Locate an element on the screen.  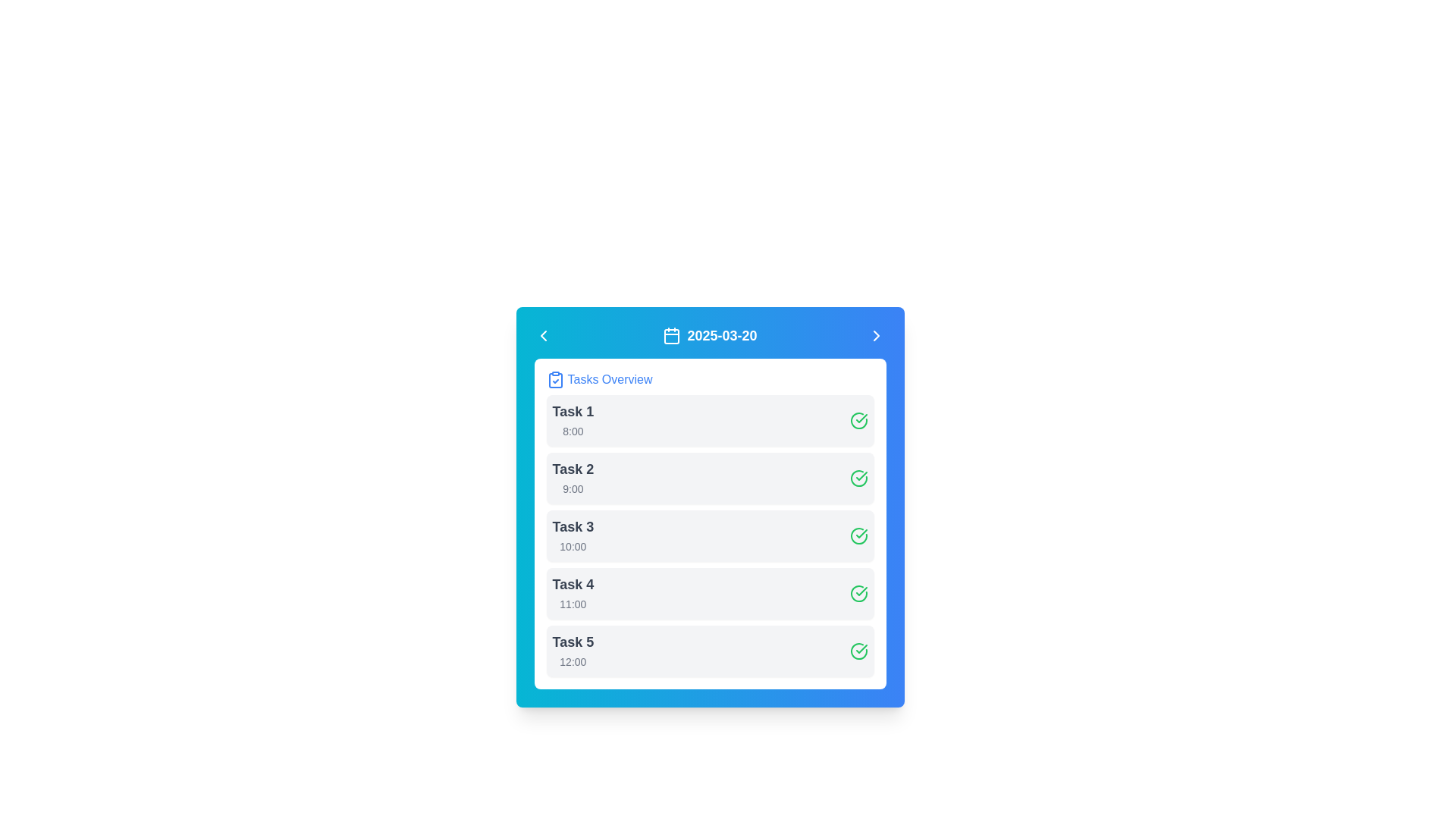
the icon representing the 'Tasks Overview' section, which is positioned to the left of the 'Tasks Overview' text within the blue-bordered rectangle is located at coordinates (554, 379).